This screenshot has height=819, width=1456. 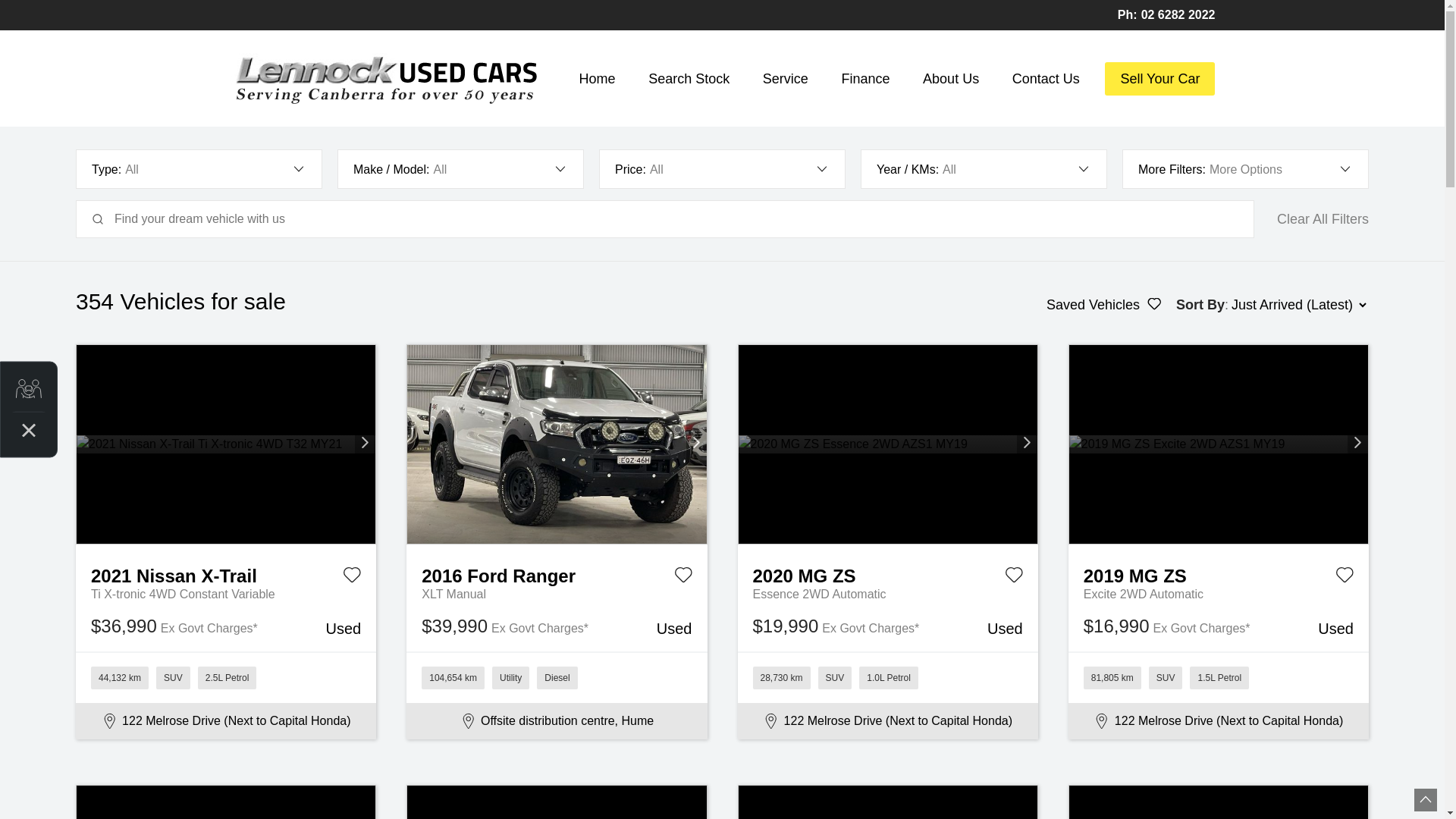 I want to click on '2016 Ford Ranger XLT PX MkII', so click(x=556, y=444).